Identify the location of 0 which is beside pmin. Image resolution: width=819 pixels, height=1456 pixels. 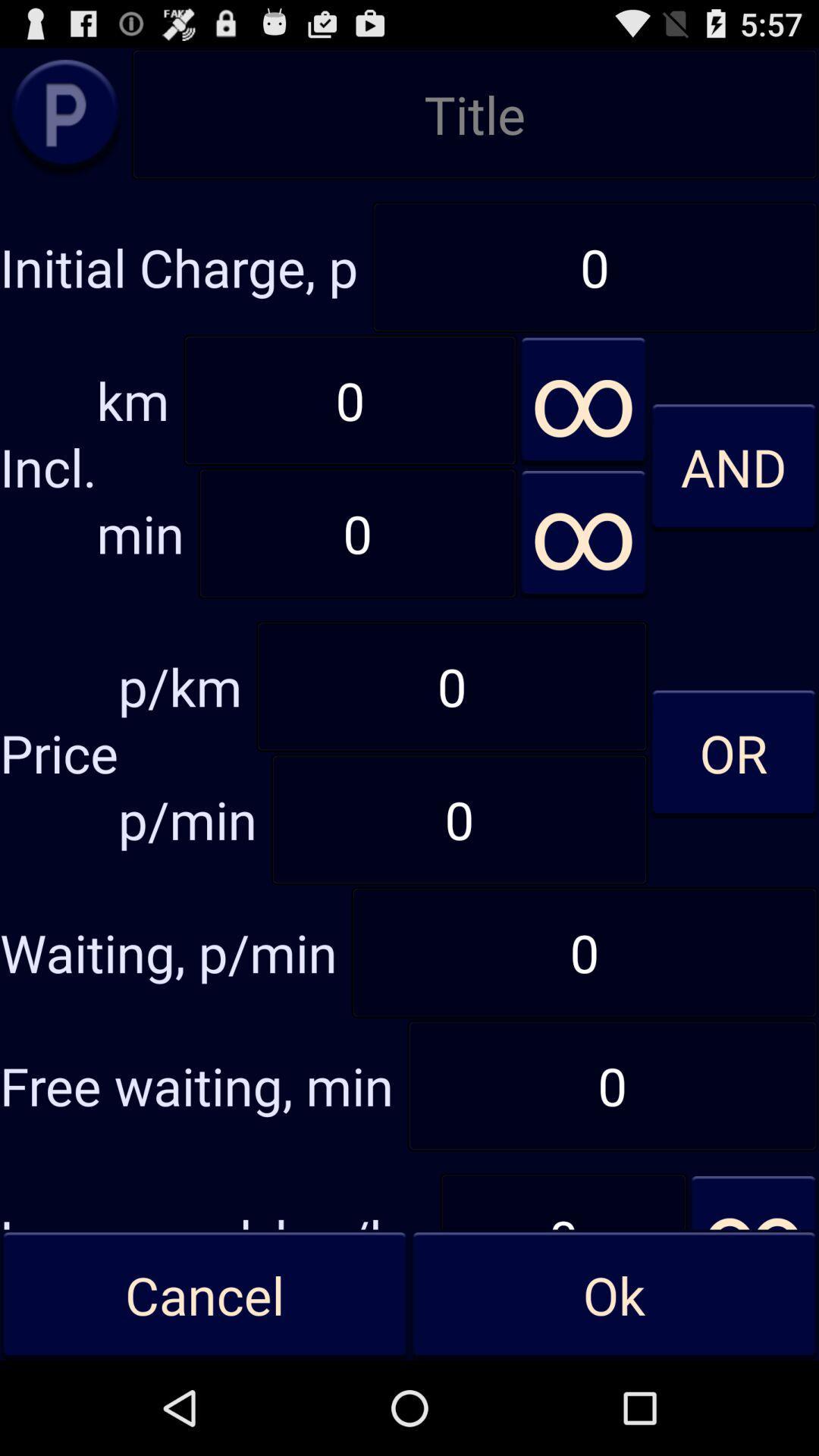
(458, 818).